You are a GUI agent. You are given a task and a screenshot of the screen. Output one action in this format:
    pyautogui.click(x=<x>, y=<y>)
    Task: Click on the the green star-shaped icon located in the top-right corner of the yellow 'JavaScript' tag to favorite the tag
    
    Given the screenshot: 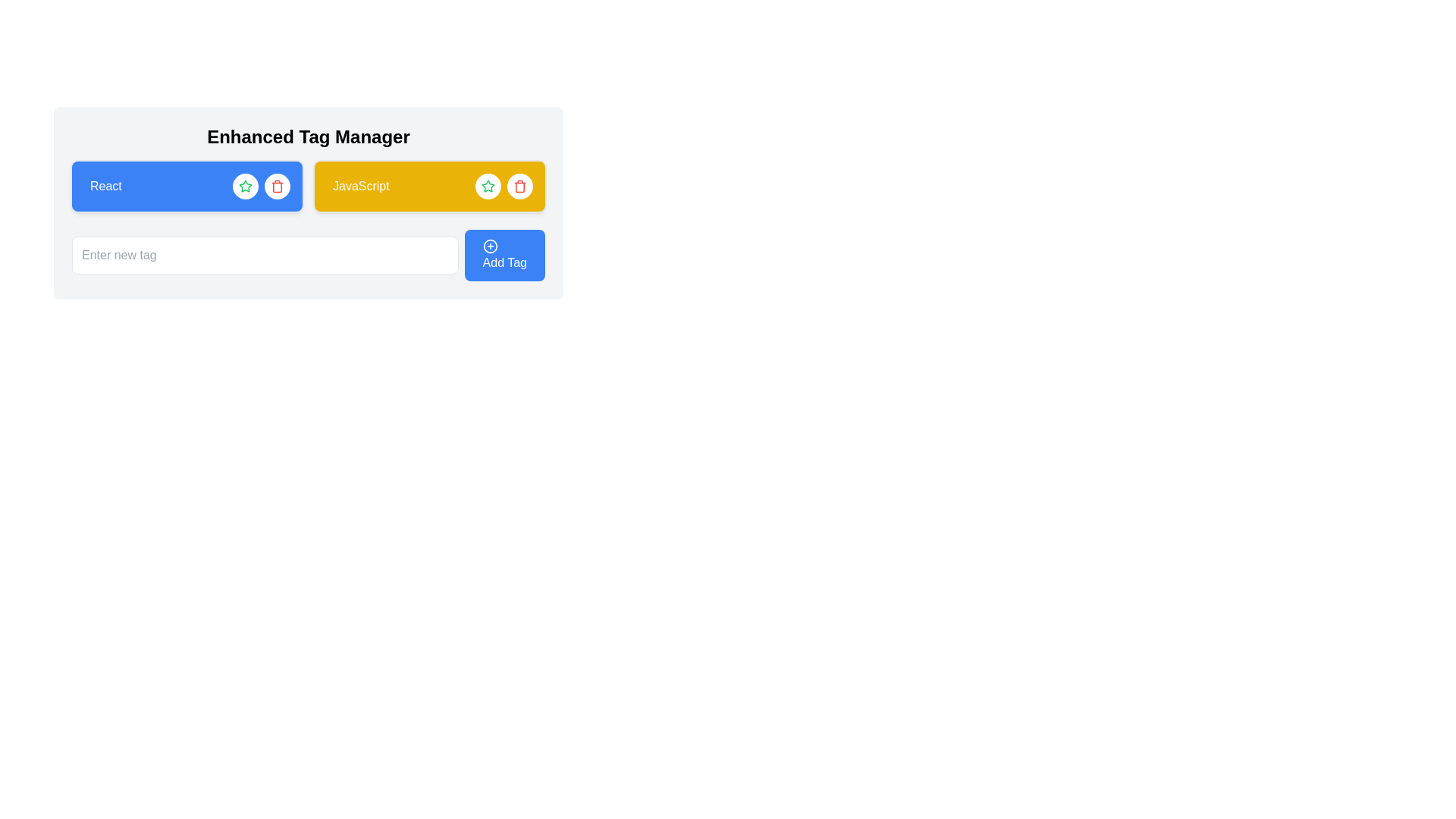 What is the action you would take?
    pyautogui.click(x=246, y=185)
    